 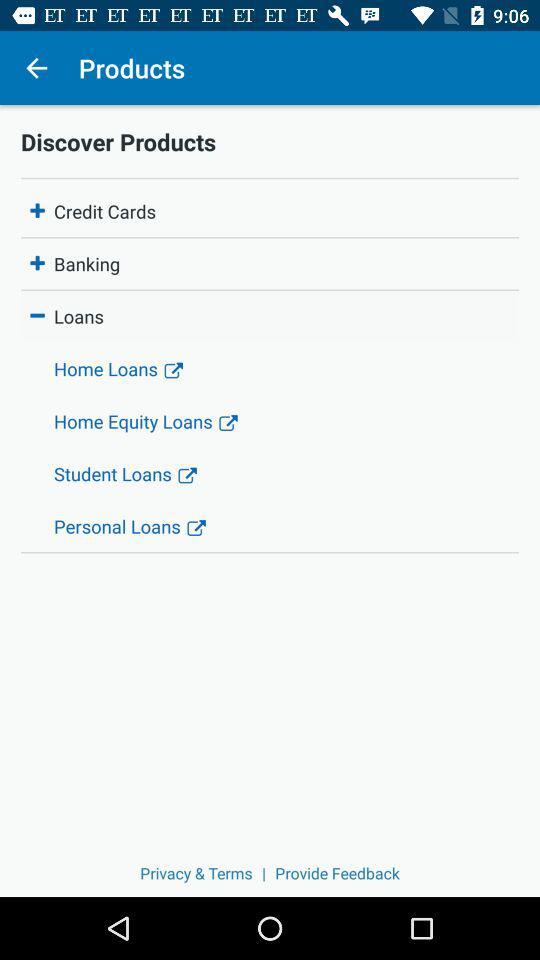 What do you see at coordinates (36, 68) in the screenshot?
I see `the icon above the discover products` at bounding box center [36, 68].